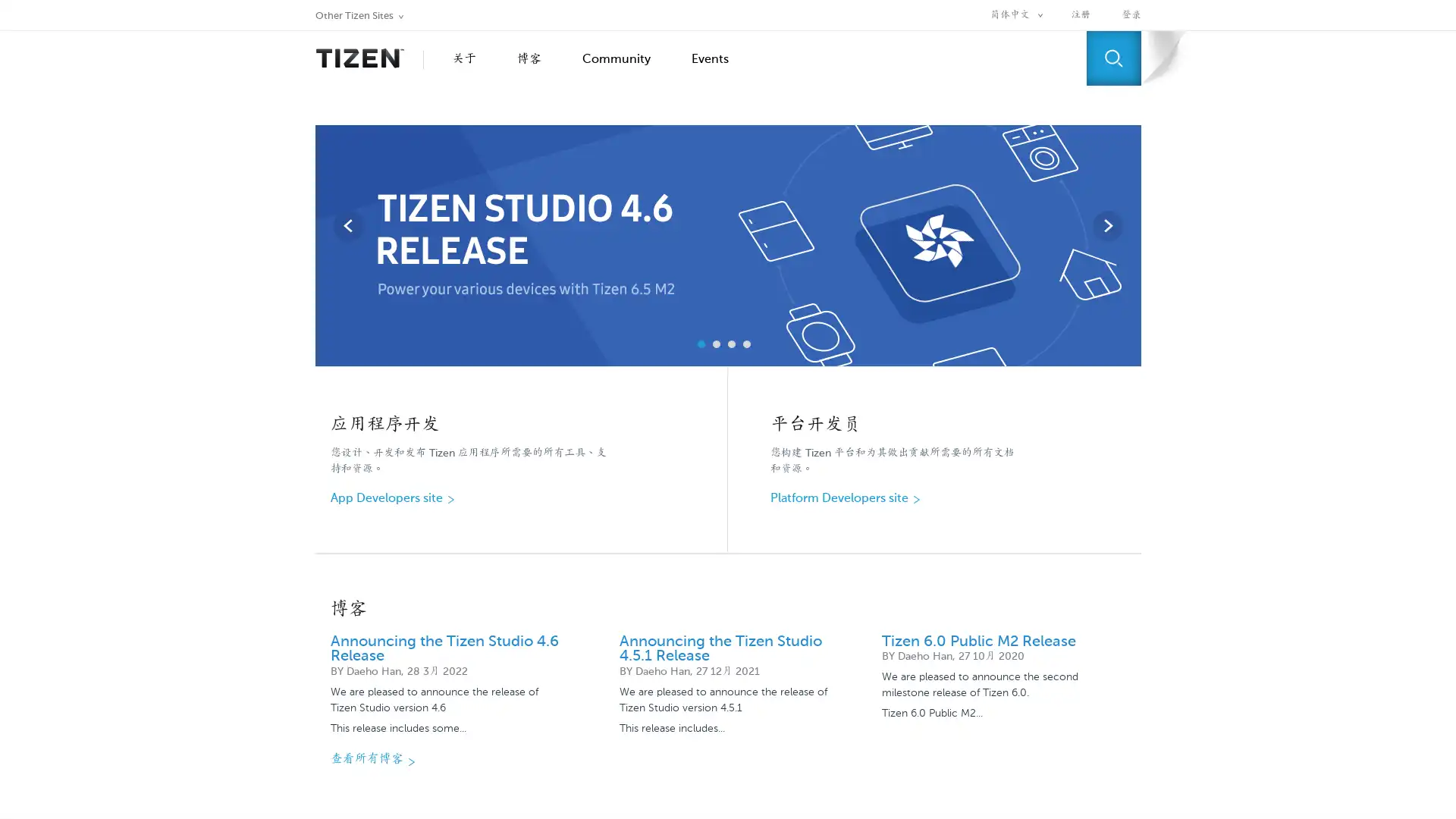  Describe the element at coordinates (731, 344) in the screenshot. I see `3` at that location.